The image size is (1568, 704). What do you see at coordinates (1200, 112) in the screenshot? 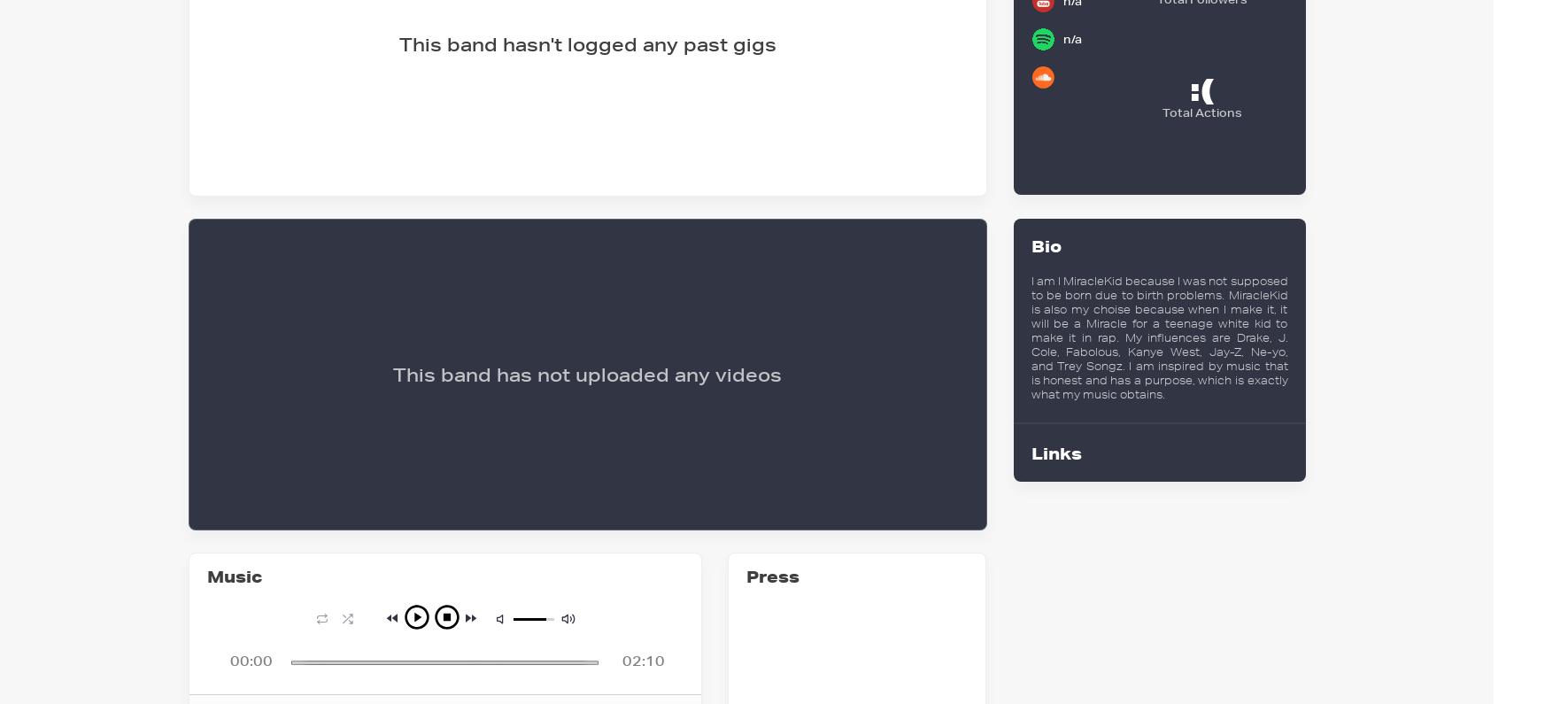
I see `'Total Actions'` at bounding box center [1200, 112].